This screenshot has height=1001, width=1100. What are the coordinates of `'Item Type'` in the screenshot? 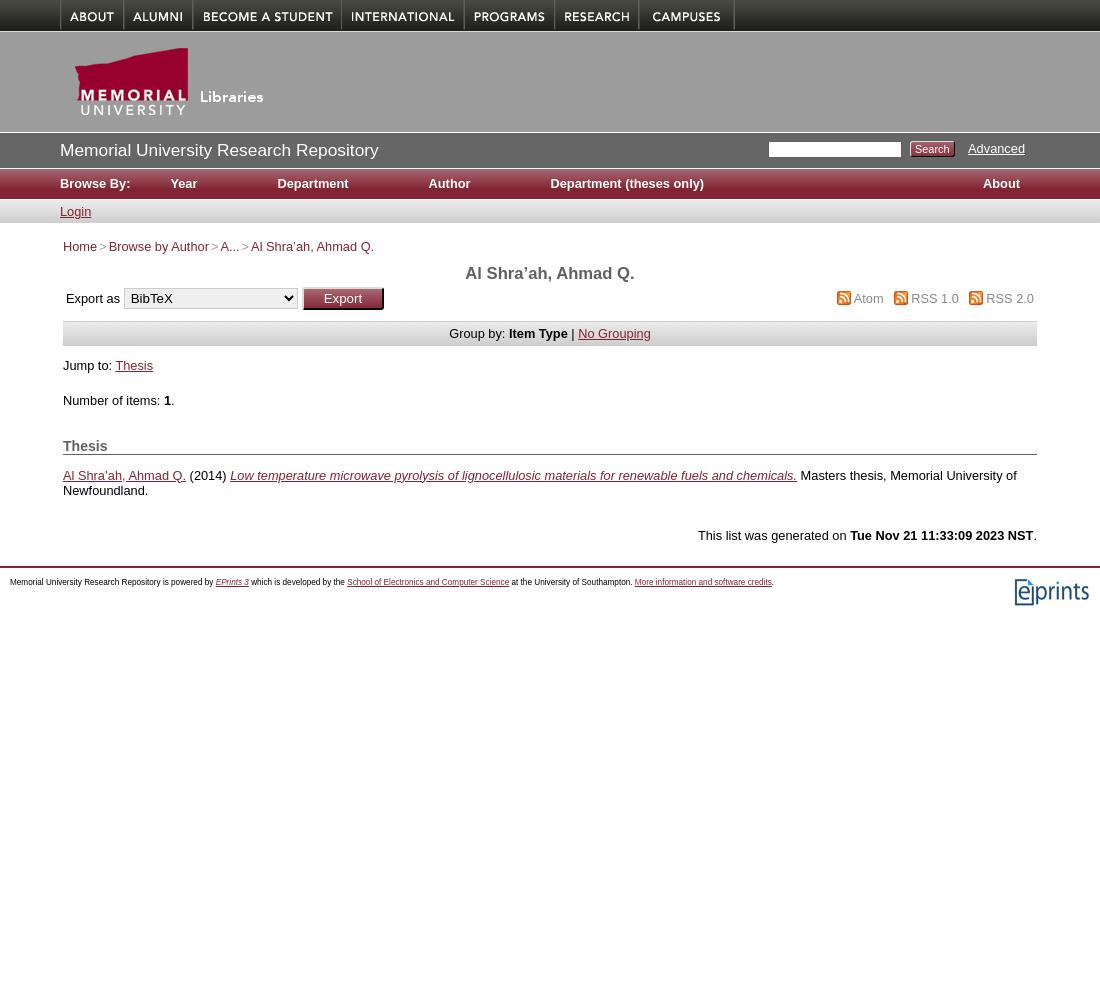 It's located at (507, 332).